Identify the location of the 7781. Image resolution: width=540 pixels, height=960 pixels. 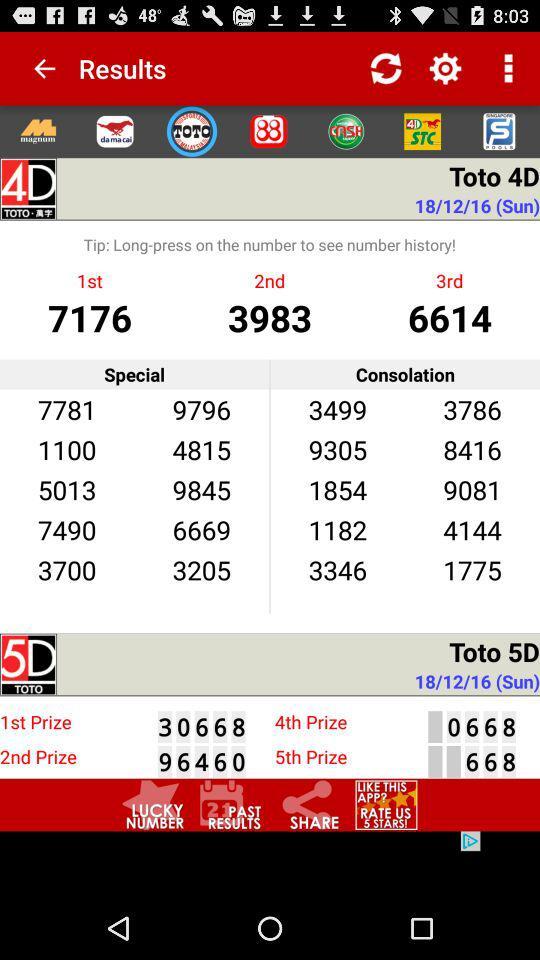
(67, 408).